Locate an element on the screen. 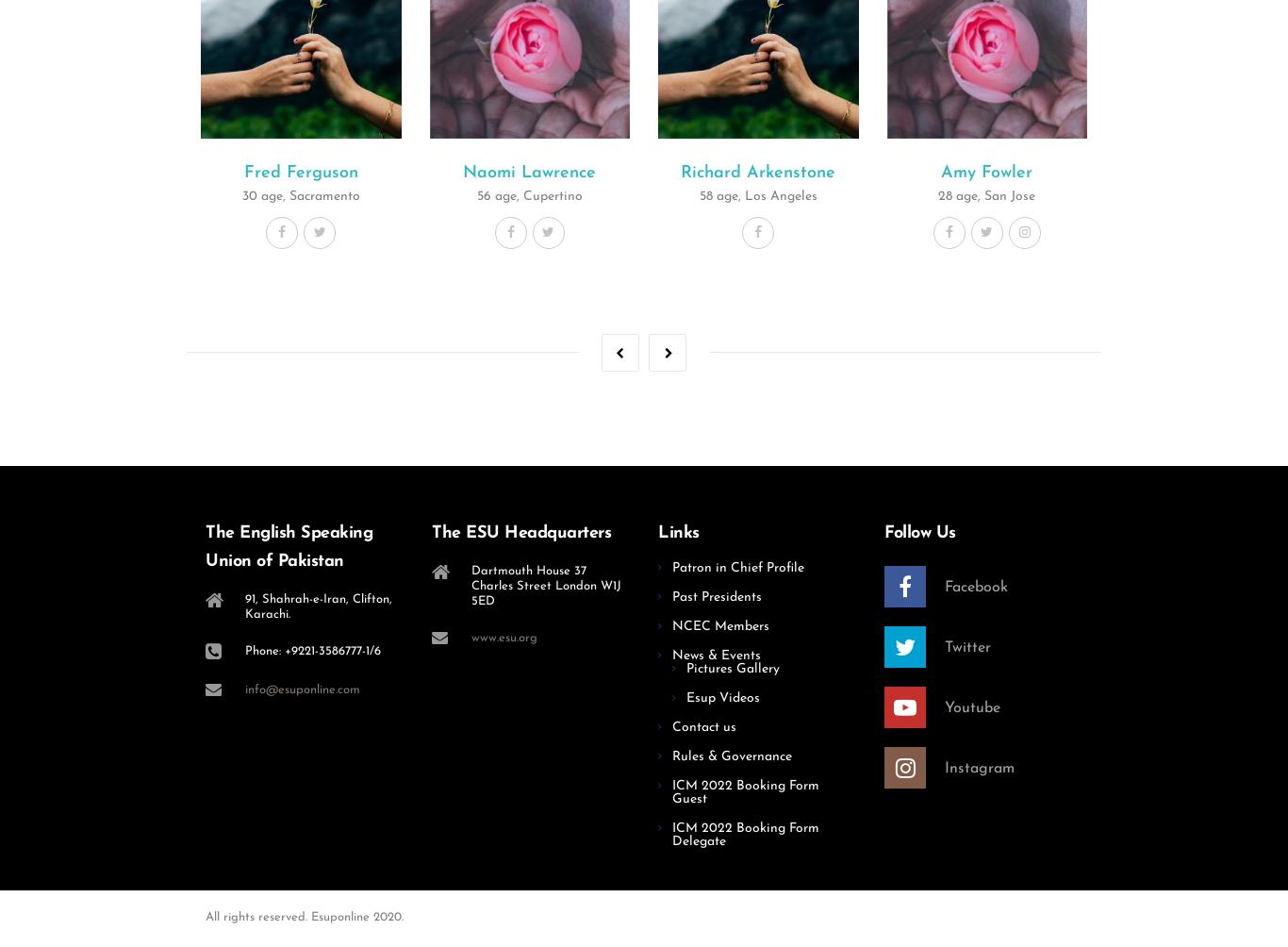 Image resolution: width=1288 pixels, height=947 pixels. 'The English Speaking Union of Pakistan' is located at coordinates (289, 546).